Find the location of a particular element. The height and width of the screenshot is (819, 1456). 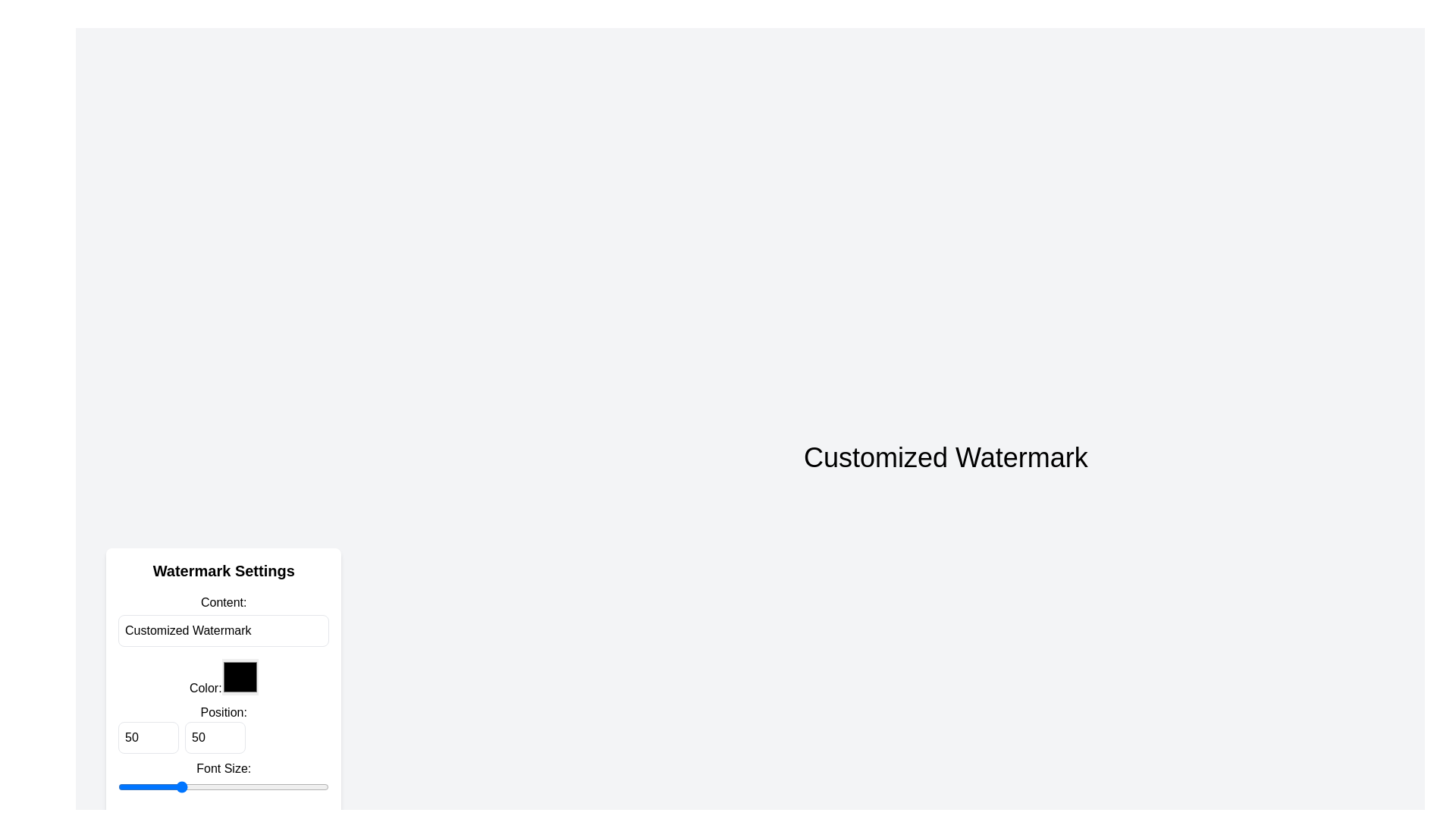

the Color Picker Input in the 'Watermark Settings' section, following the 'Content:' label, and select a color using the keyboard is located at coordinates (223, 674).